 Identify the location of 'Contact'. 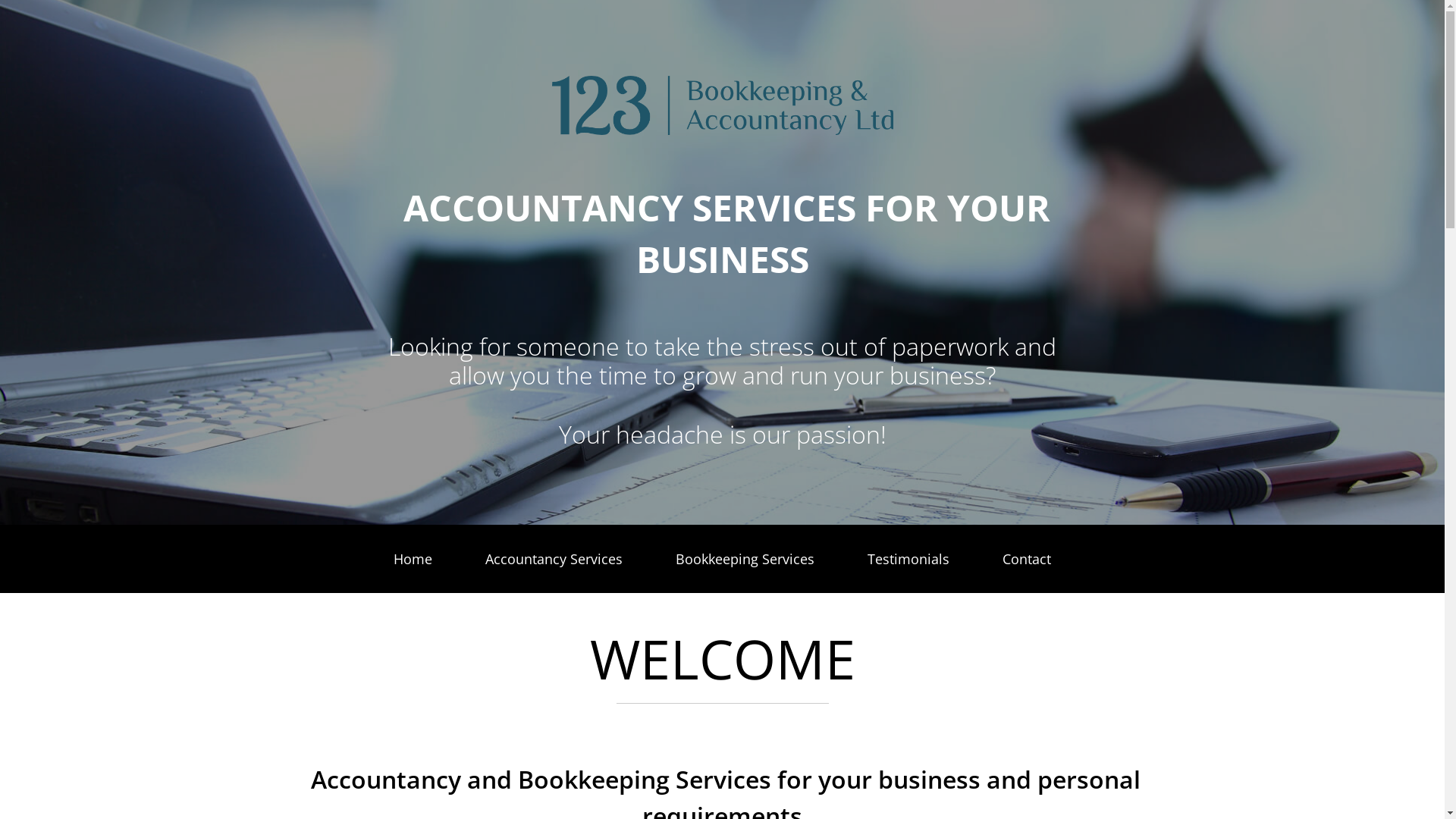
(1026, 558).